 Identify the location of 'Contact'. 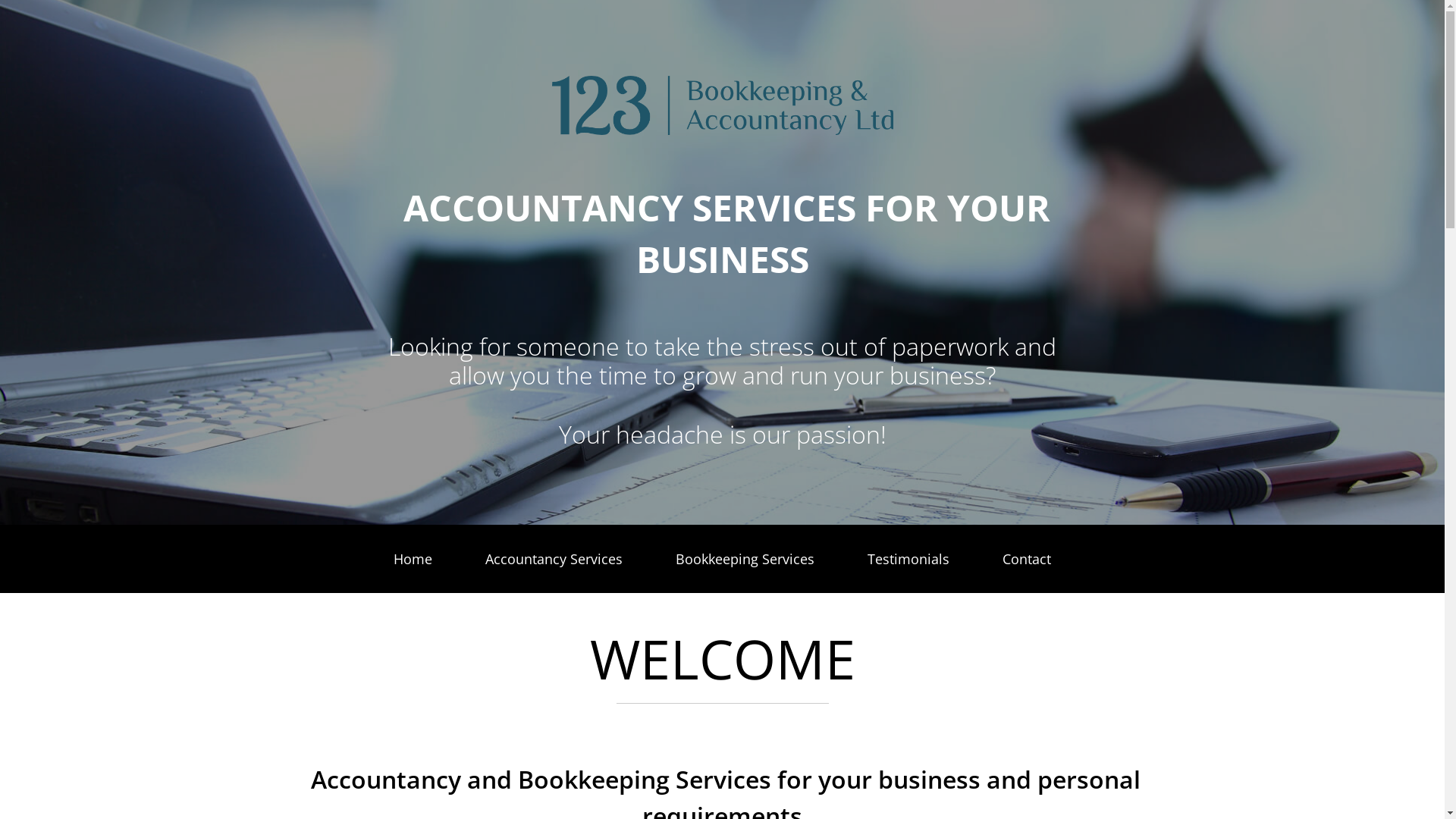
(1026, 558).